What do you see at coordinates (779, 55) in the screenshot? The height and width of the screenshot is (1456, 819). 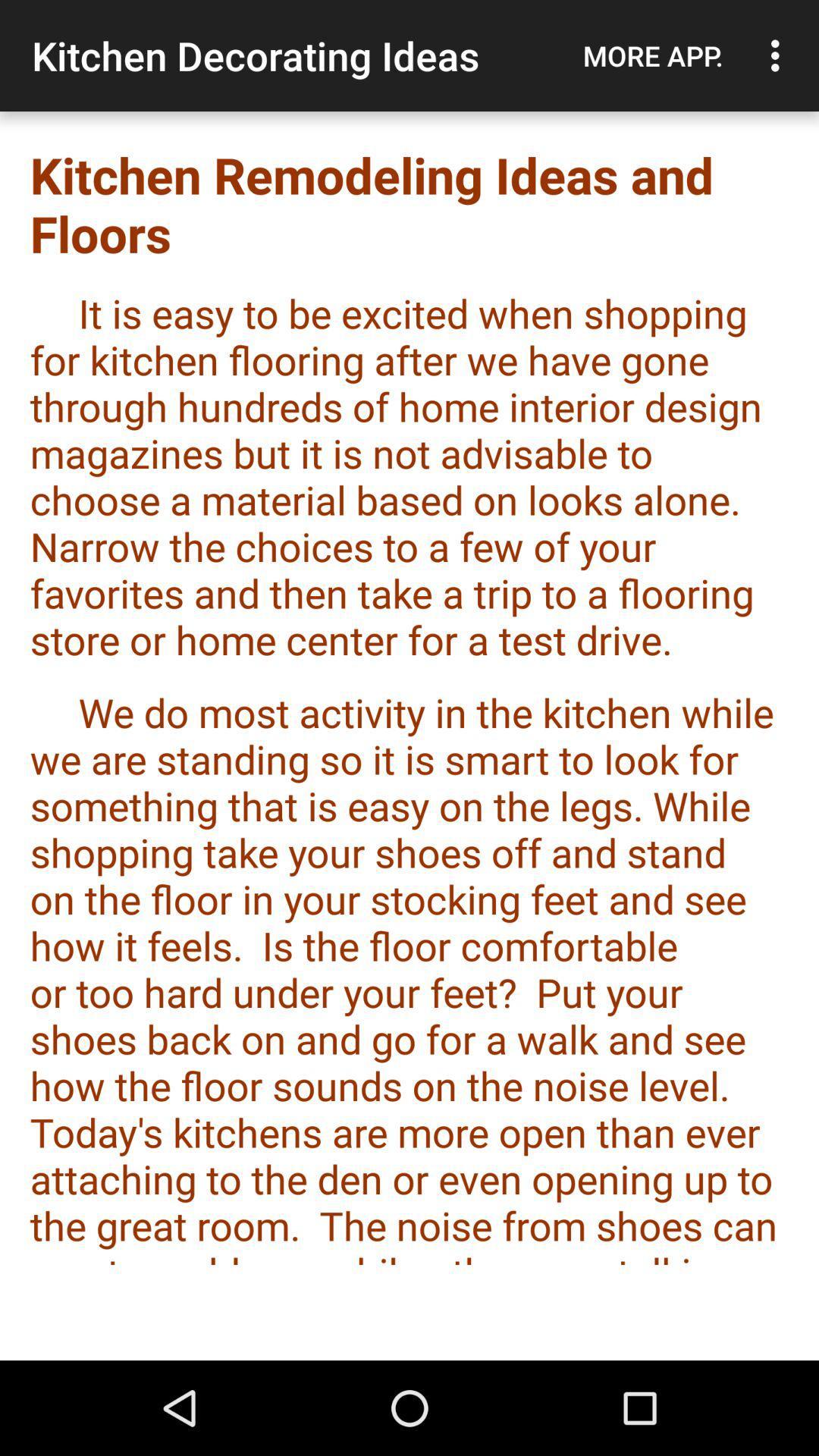 I see `the item to the right of more app. item` at bounding box center [779, 55].